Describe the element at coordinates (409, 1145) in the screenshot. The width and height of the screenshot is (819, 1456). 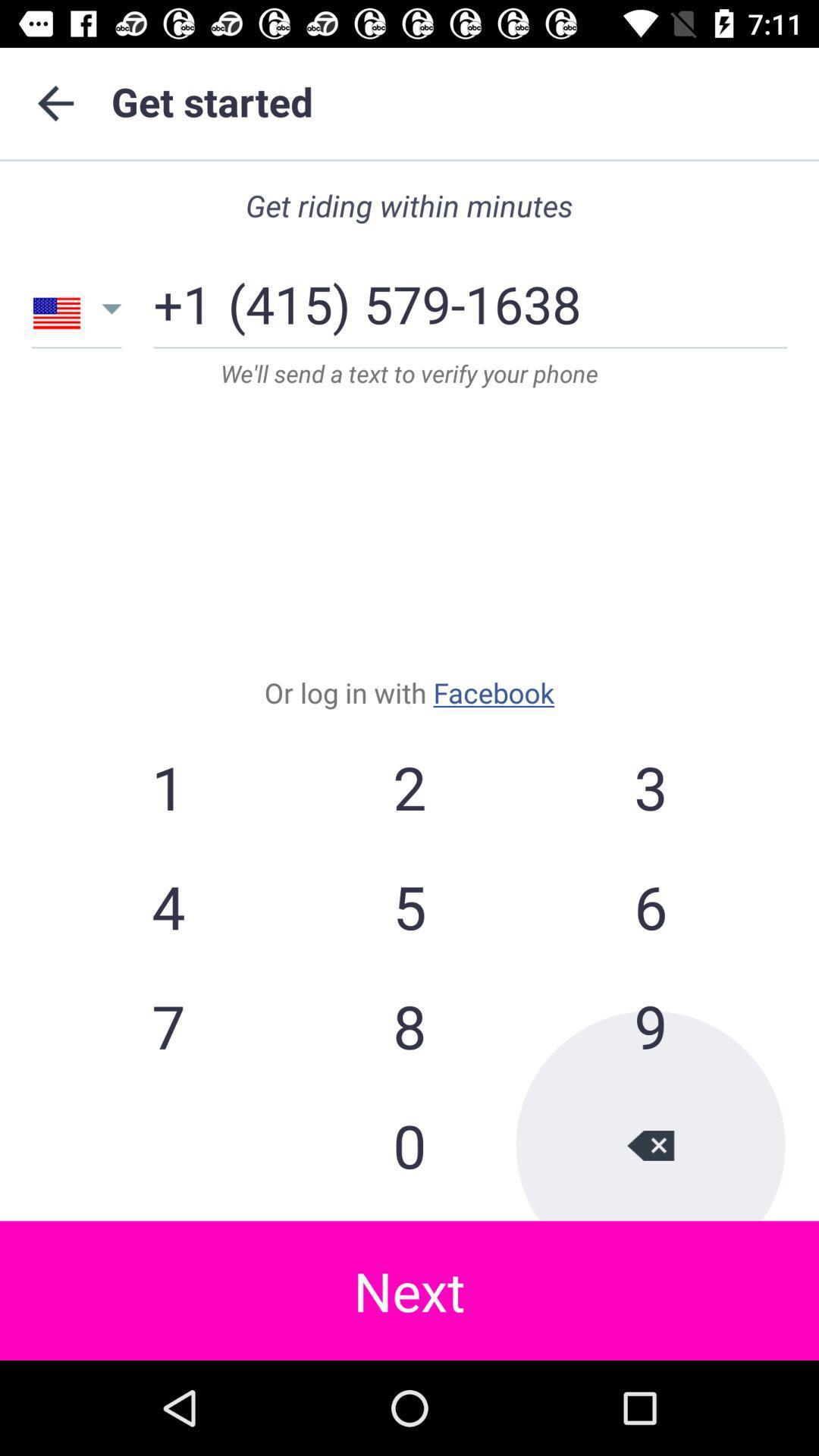
I see `icon next to 9 icon` at that location.